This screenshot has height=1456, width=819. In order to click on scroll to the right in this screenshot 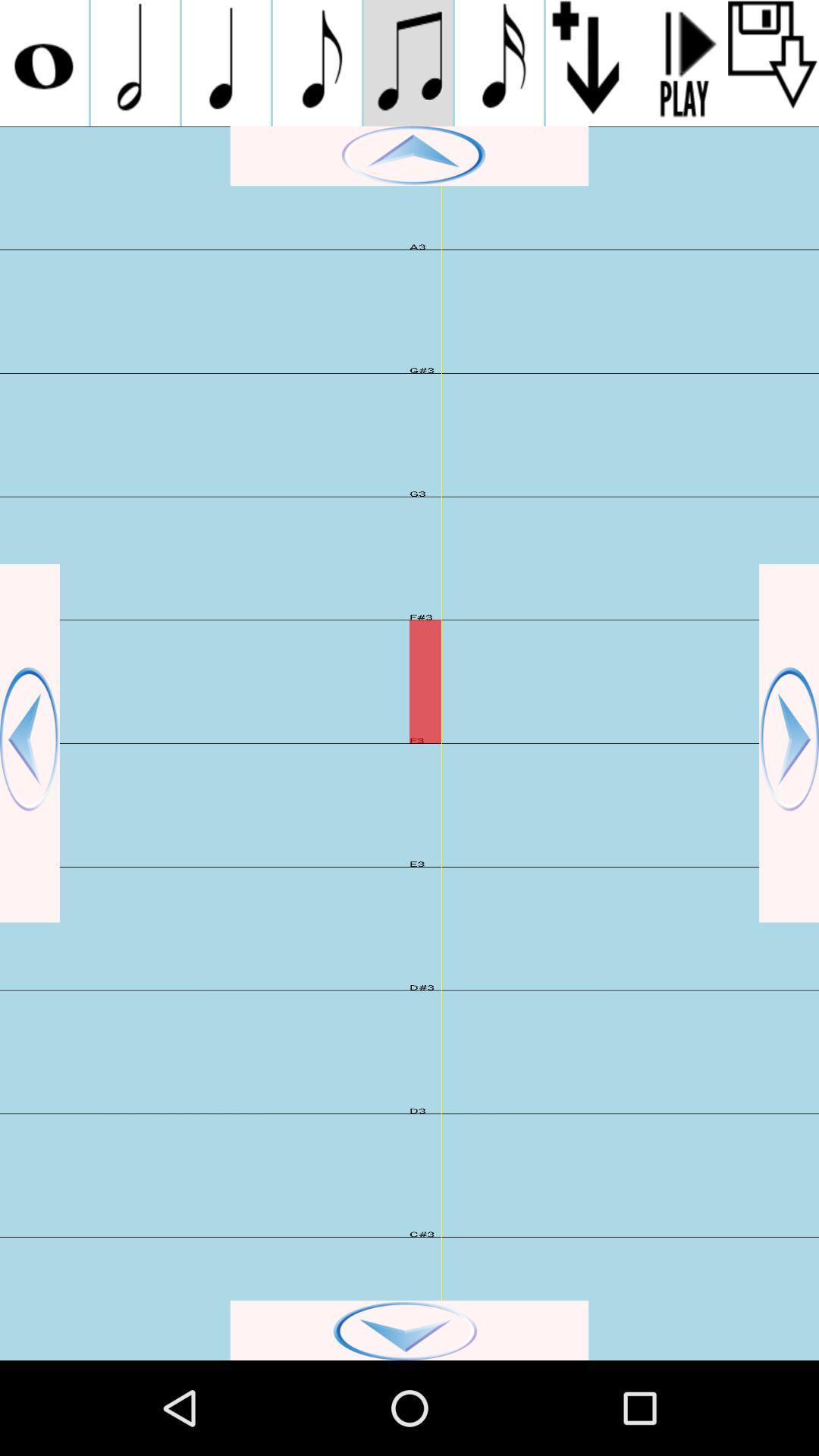, I will do `click(788, 743)`.